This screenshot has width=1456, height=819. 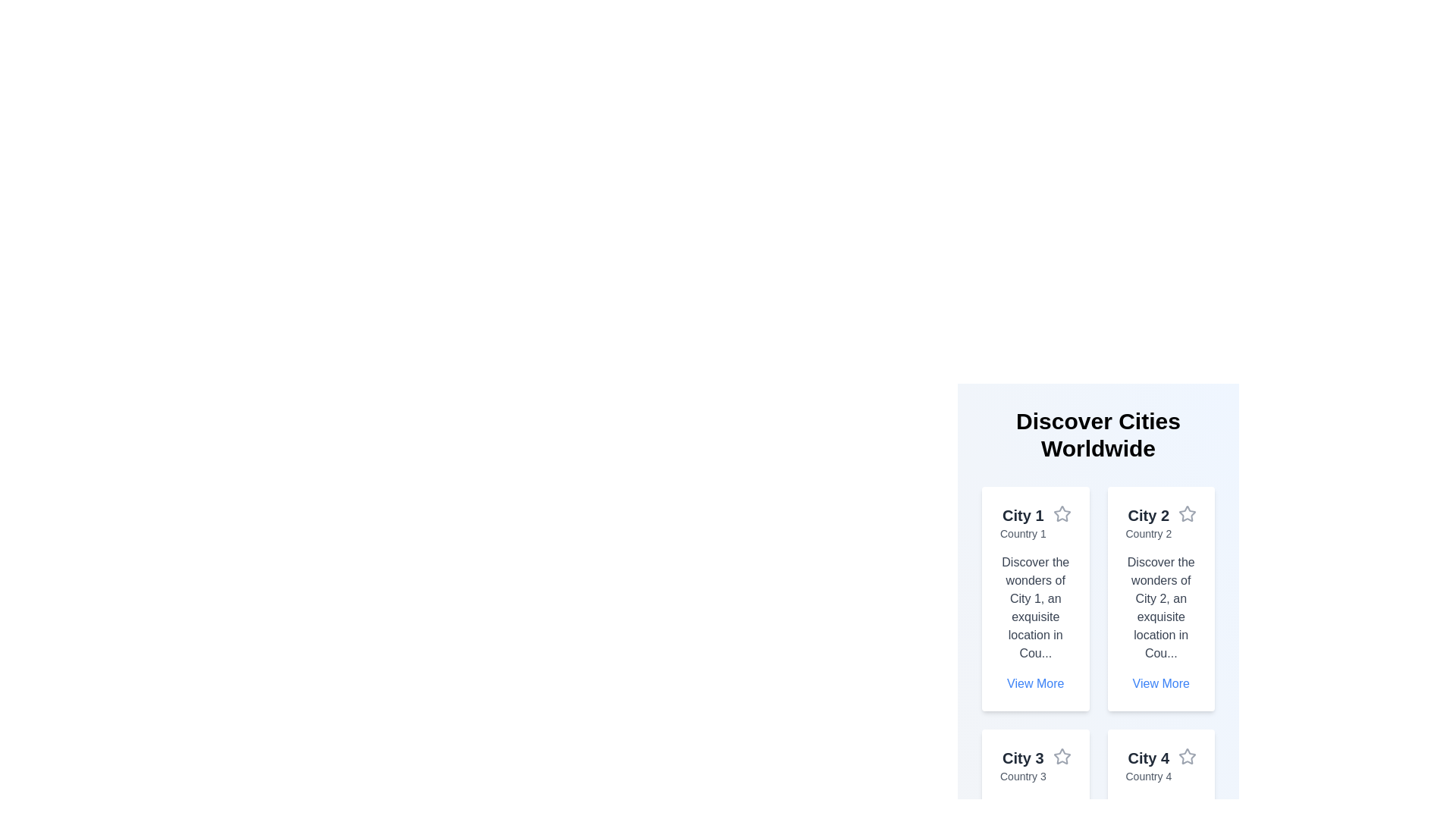 What do you see at coordinates (1098, 435) in the screenshot?
I see `the static text header that displays 'Discover Cities Worldwide', which is prominently positioned at the center of the interface` at bounding box center [1098, 435].